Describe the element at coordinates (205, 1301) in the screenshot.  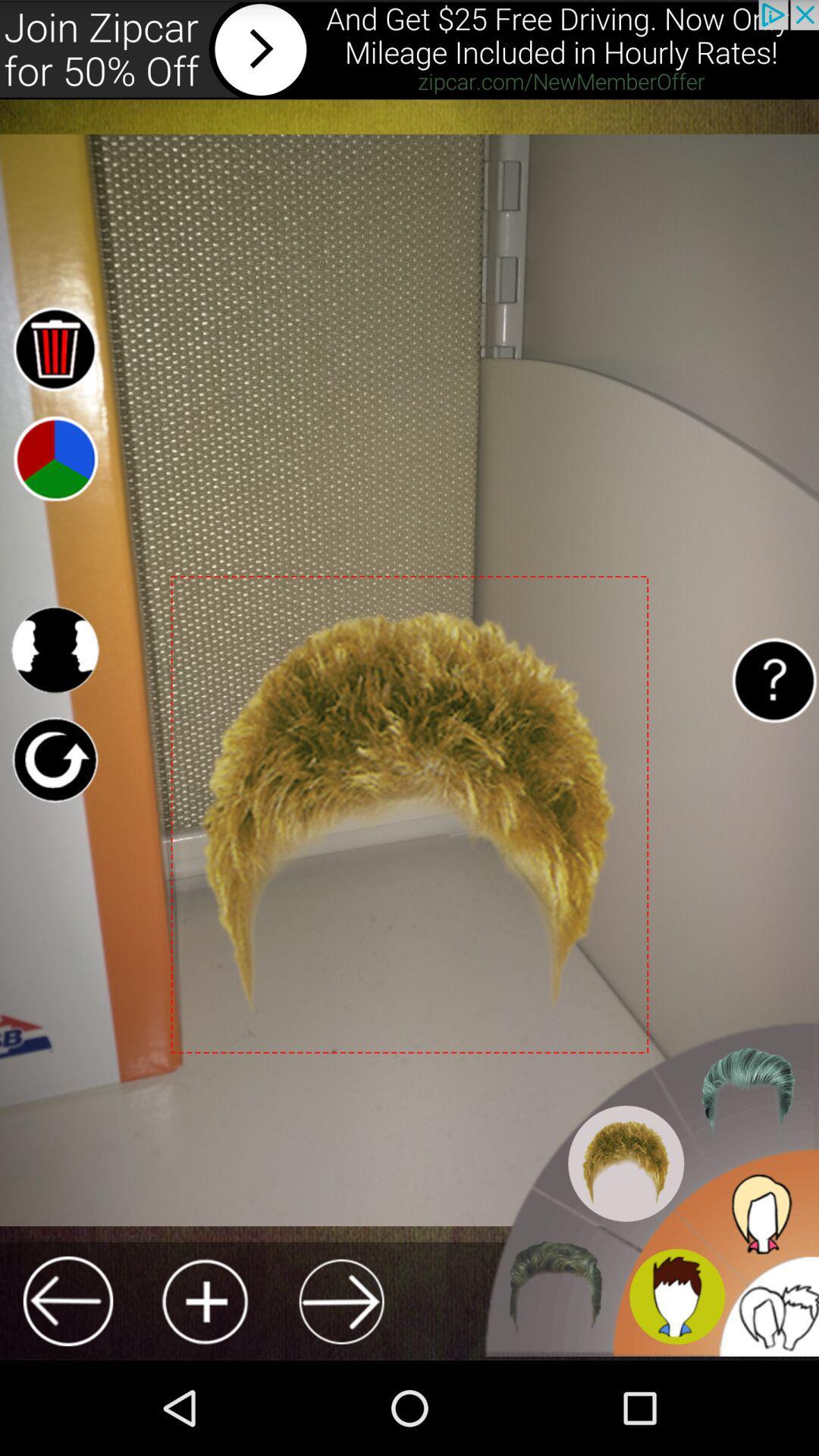
I see `button` at that location.